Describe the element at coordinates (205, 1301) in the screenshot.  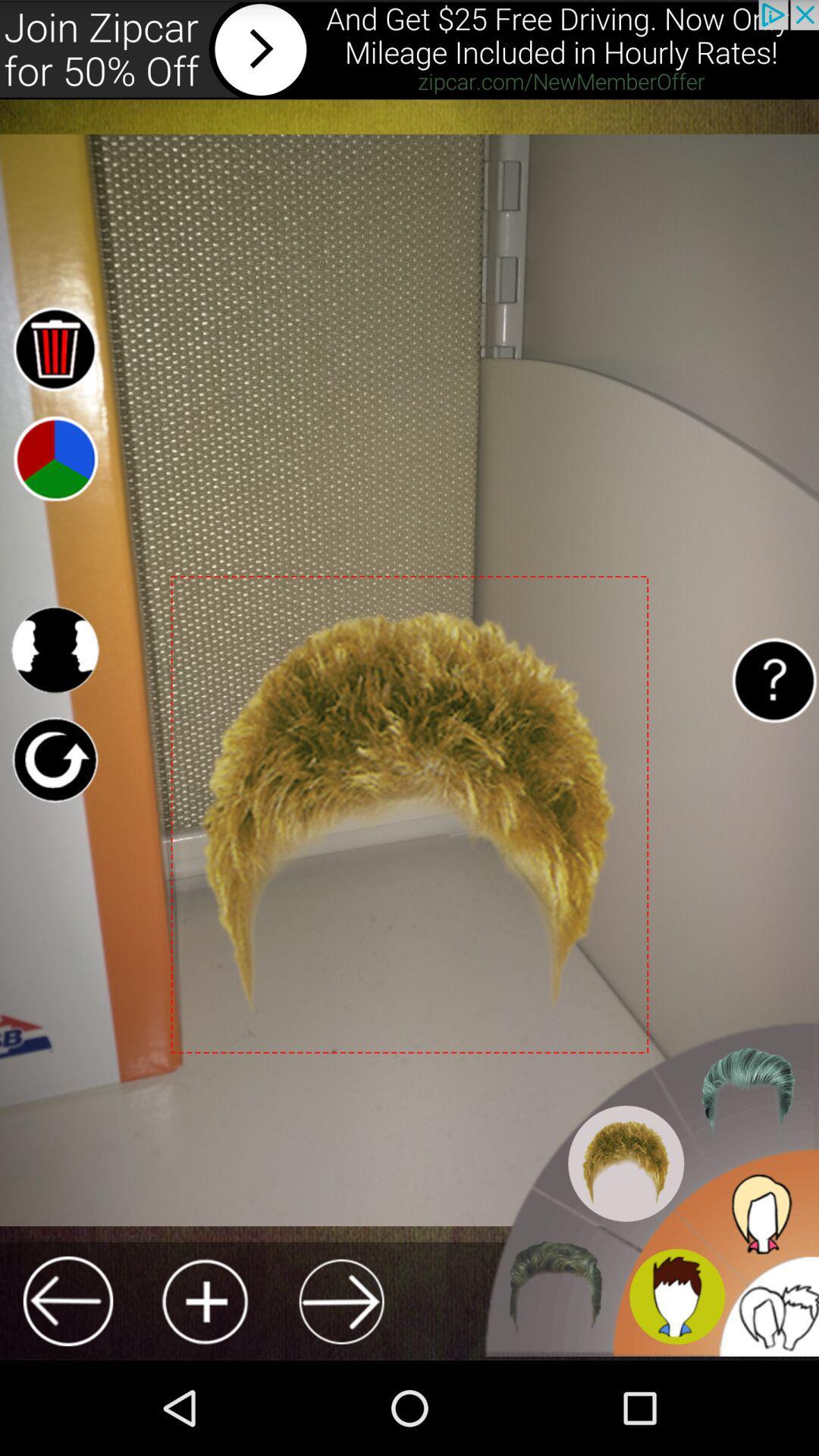
I see `button` at that location.